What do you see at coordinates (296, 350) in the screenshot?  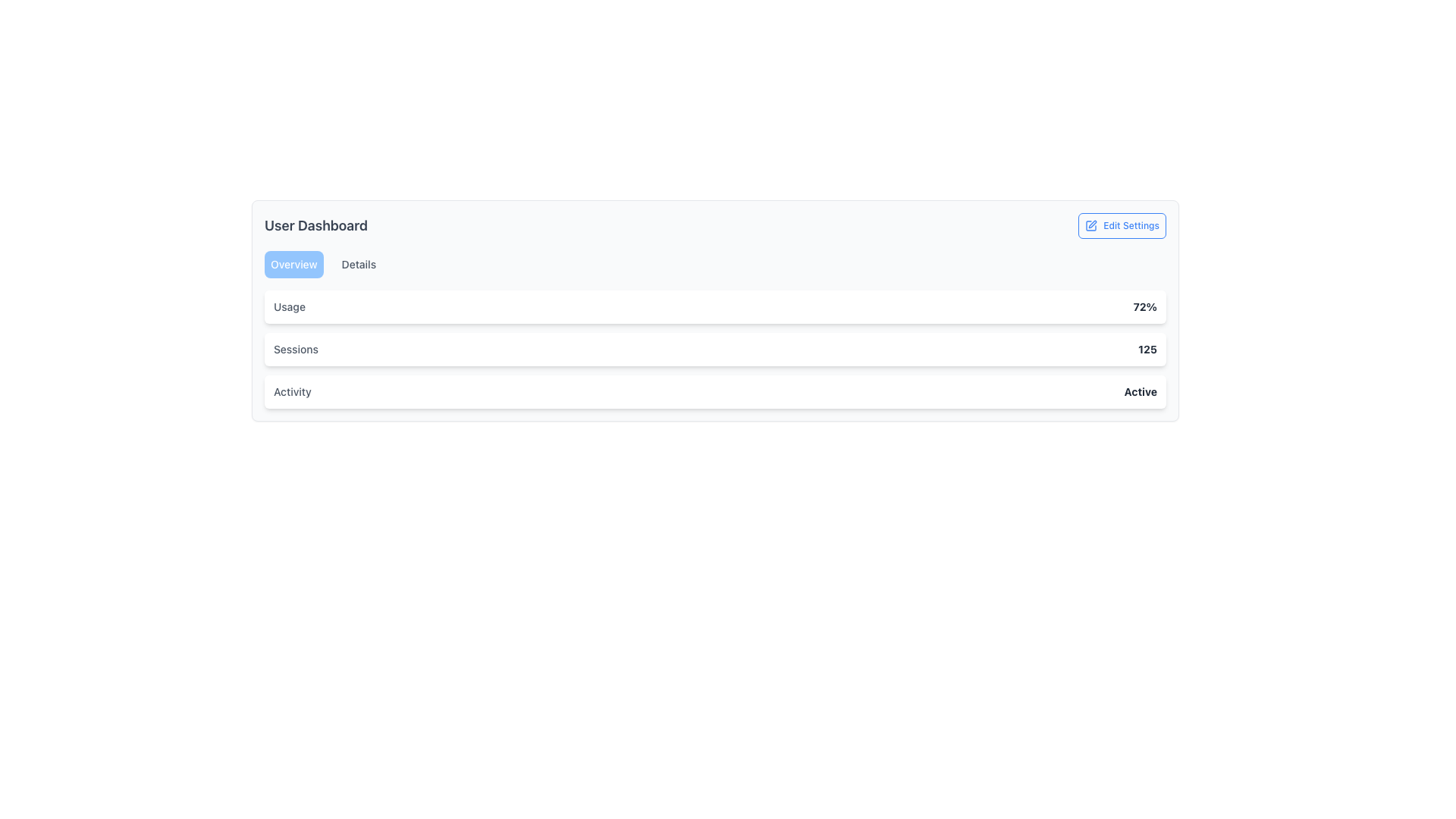 I see `the Static Text Label displaying 'Sessions', which is styled in gray with a smaller font size and medium weight, located to the left of a bold numerical value` at bounding box center [296, 350].